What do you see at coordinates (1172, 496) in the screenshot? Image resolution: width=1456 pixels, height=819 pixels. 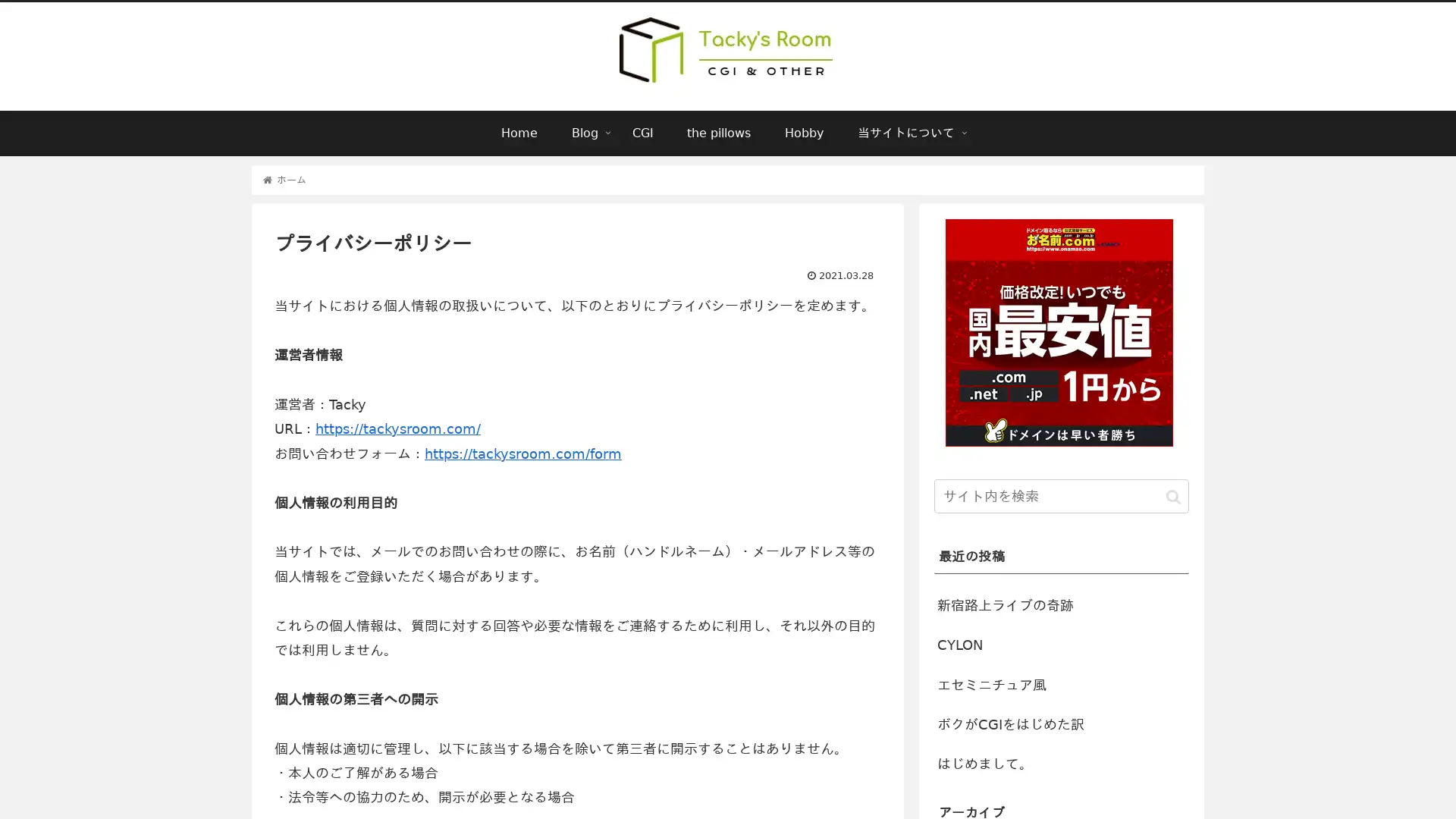 I see `button` at bounding box center [1172, 496].